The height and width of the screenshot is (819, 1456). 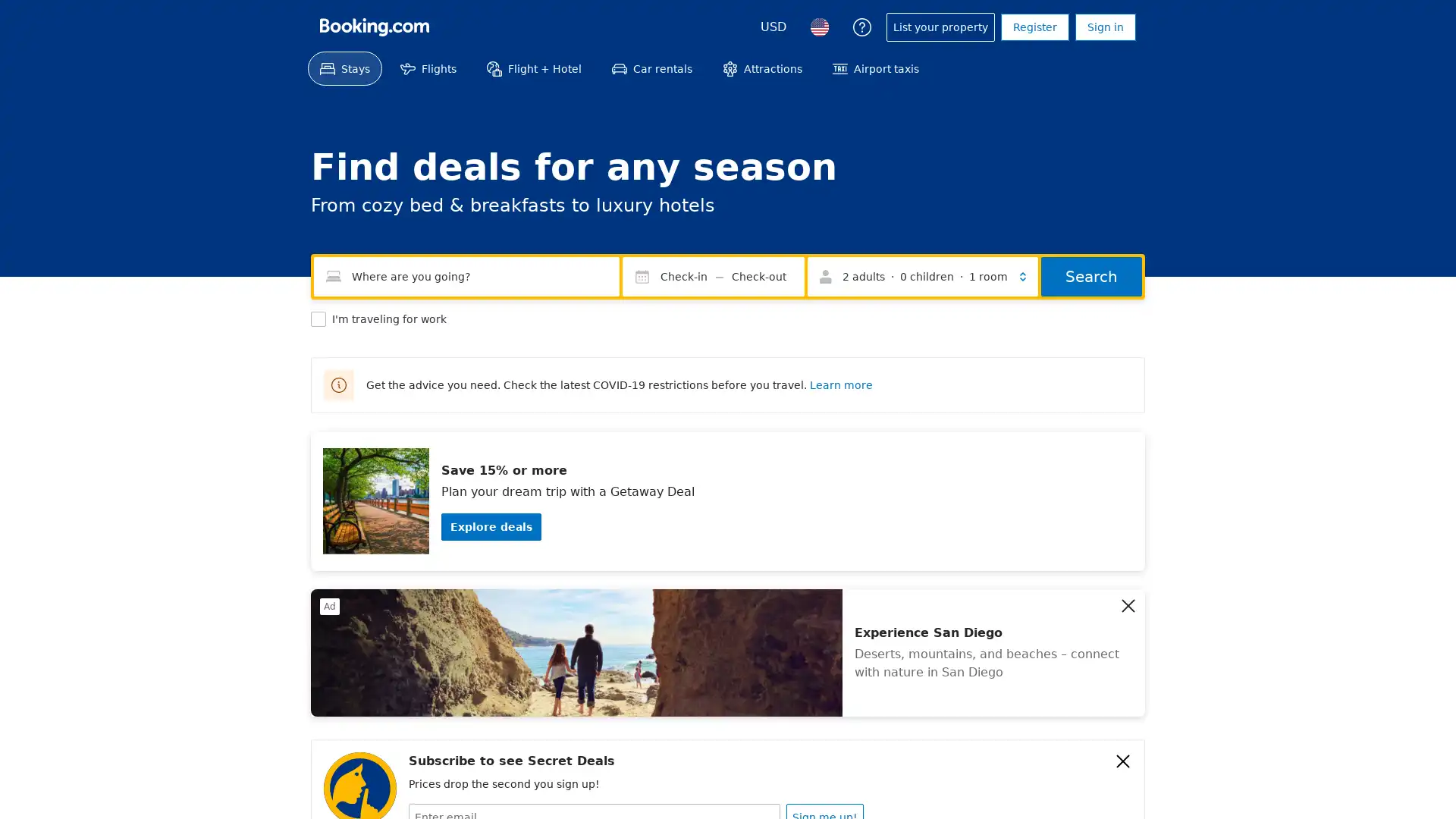 I want to click on Choose your language. Your current language is English (US), so click(x=818, y=27).